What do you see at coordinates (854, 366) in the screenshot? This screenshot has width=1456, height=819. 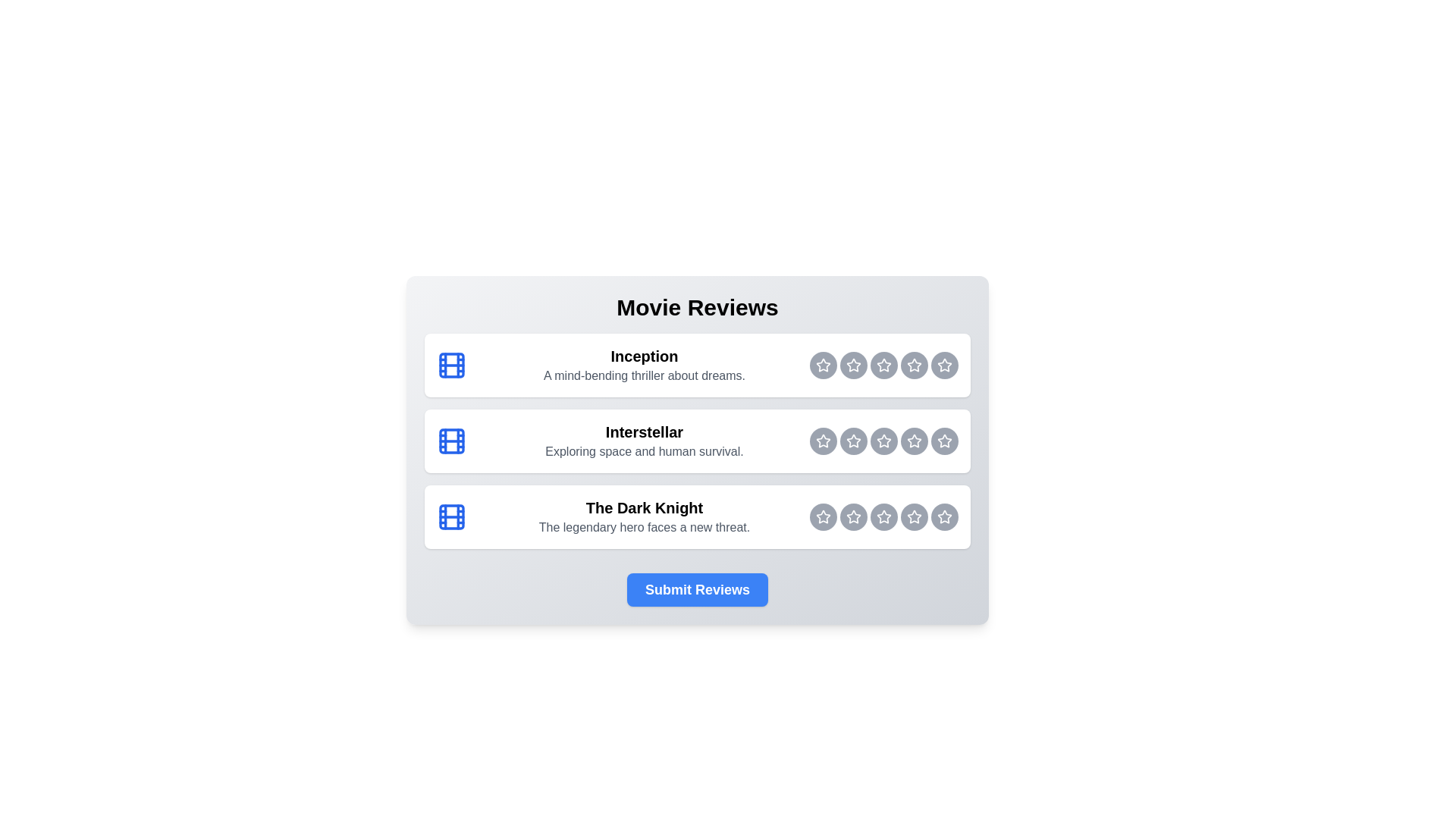 I see `the rating button for Inception at 2 stars` at bounding box center [854, 366].